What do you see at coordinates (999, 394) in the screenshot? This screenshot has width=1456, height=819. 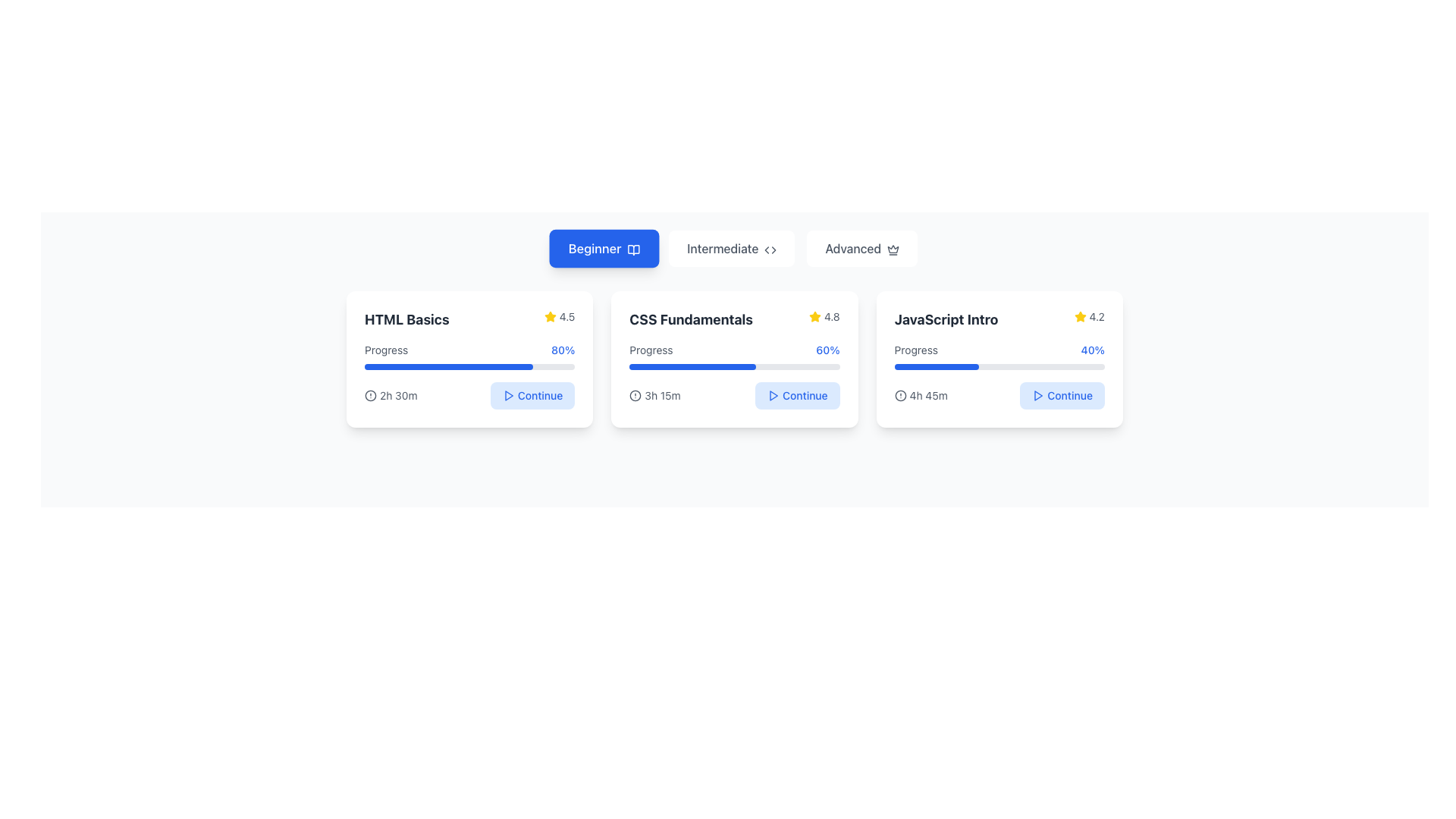 I see `the horizontal layout containing the time indication '4h 45m' and the 'Continue' button for the 'JavaScript Intro' course` at bounding box center [999, 394].